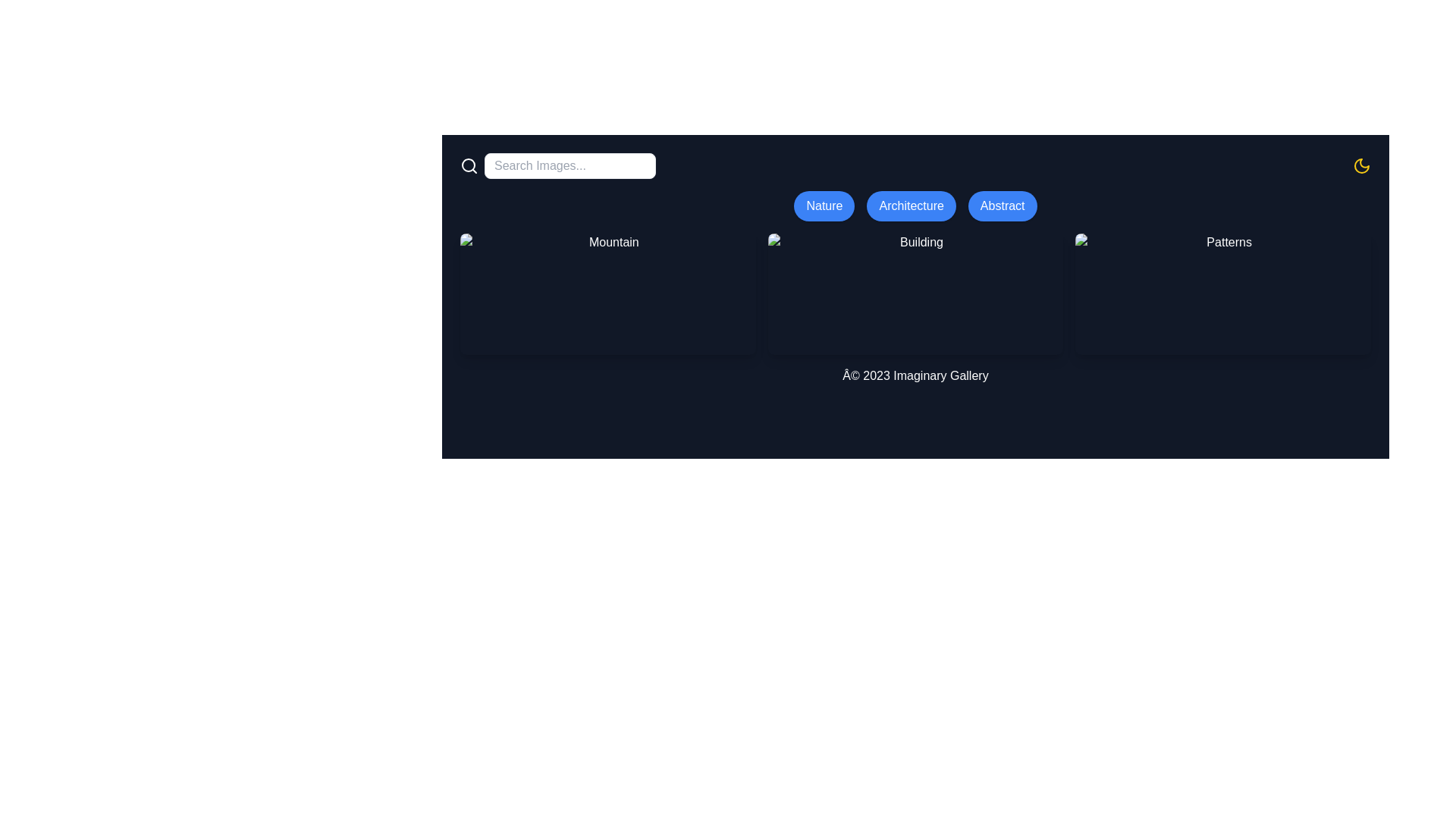  Describe the element at coordinates (468, 165) in the screenshot. I see `the circular part of the search icon located in the top-left corner of the interface` at that location.